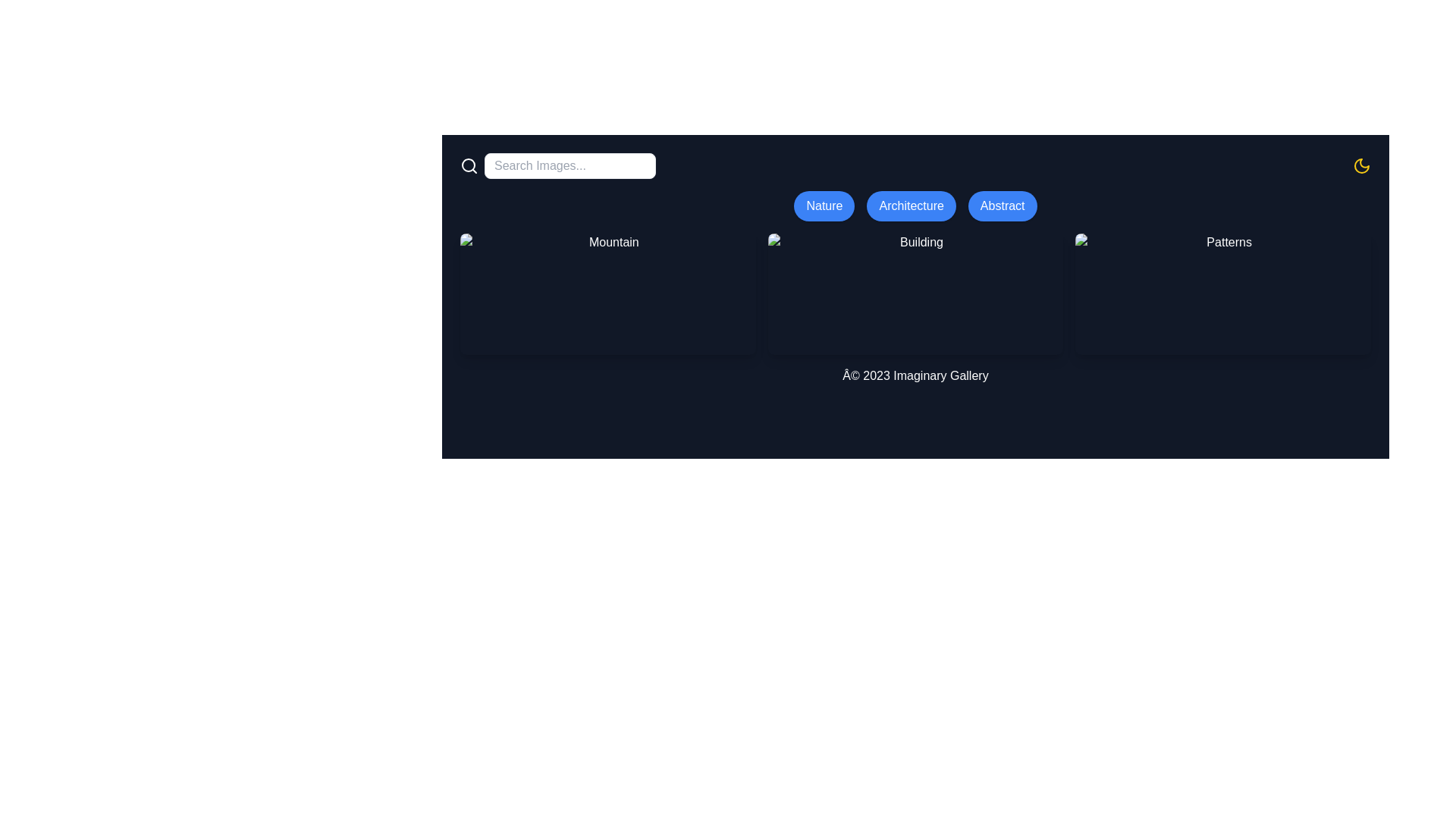  Describe the element at coordinates (468, 165) in the screenshot. I see `the circular part of the search icon located in the top-left corner of the interface` at that location.